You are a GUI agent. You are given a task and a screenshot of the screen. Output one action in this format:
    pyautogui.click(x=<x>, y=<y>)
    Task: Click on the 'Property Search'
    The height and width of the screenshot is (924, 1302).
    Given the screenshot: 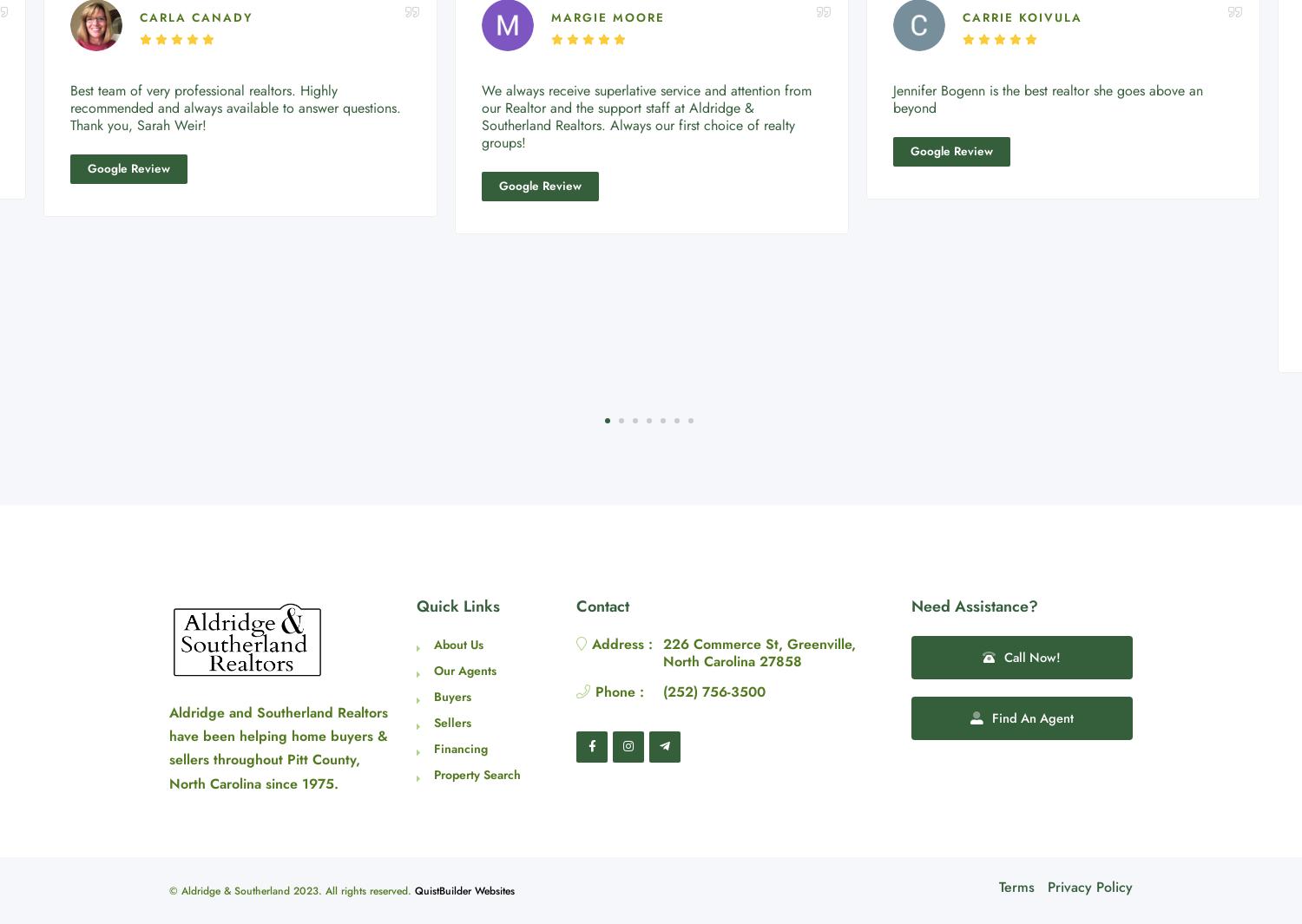 What is the action you would take?
    pyautogui.click(x=477, y=774)
    